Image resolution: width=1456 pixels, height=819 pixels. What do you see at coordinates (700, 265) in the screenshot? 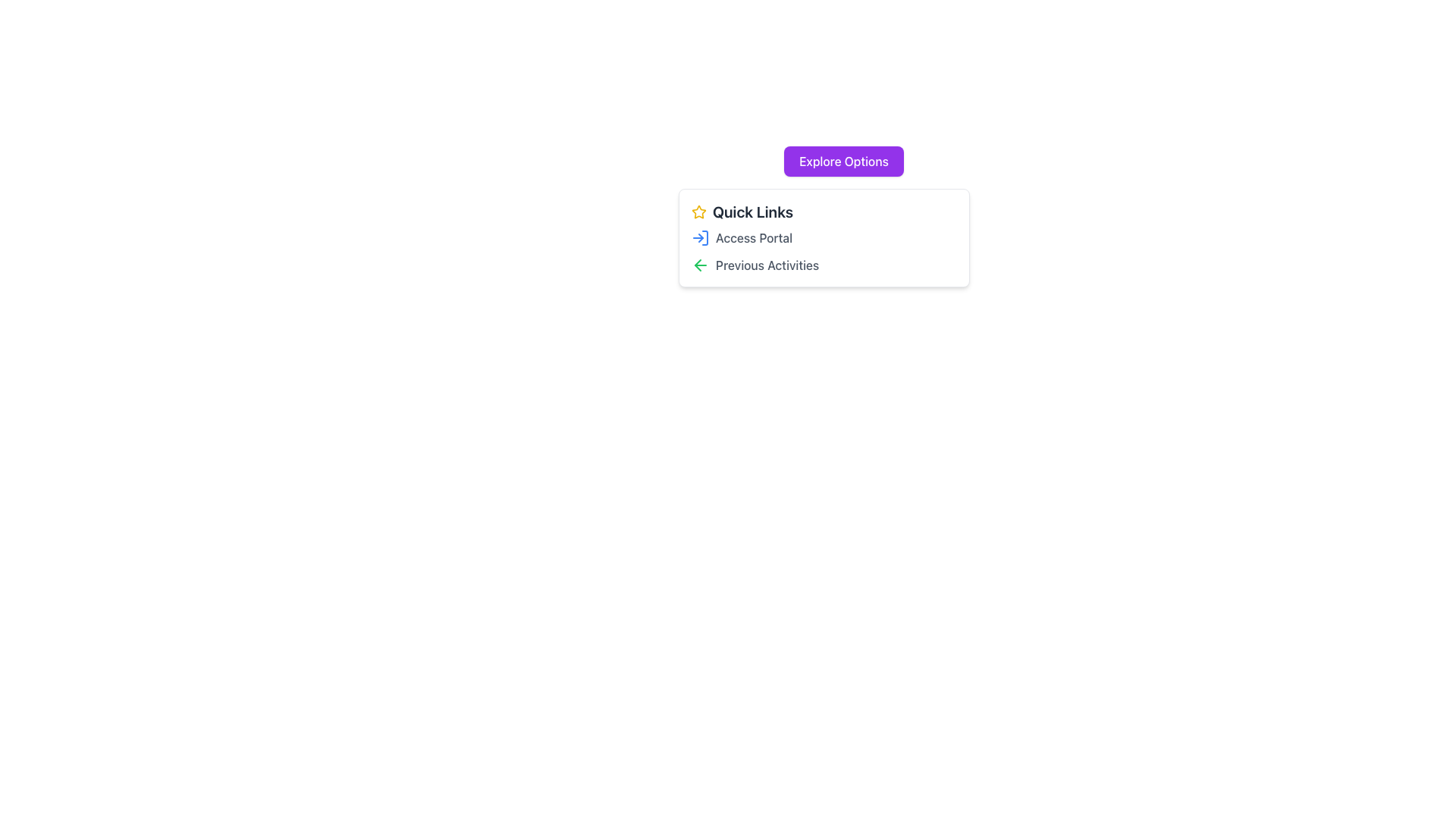
I see `the leftward green arrow icon located to the left of the 'Previous Activities' text` at bounding box center [700, 265].